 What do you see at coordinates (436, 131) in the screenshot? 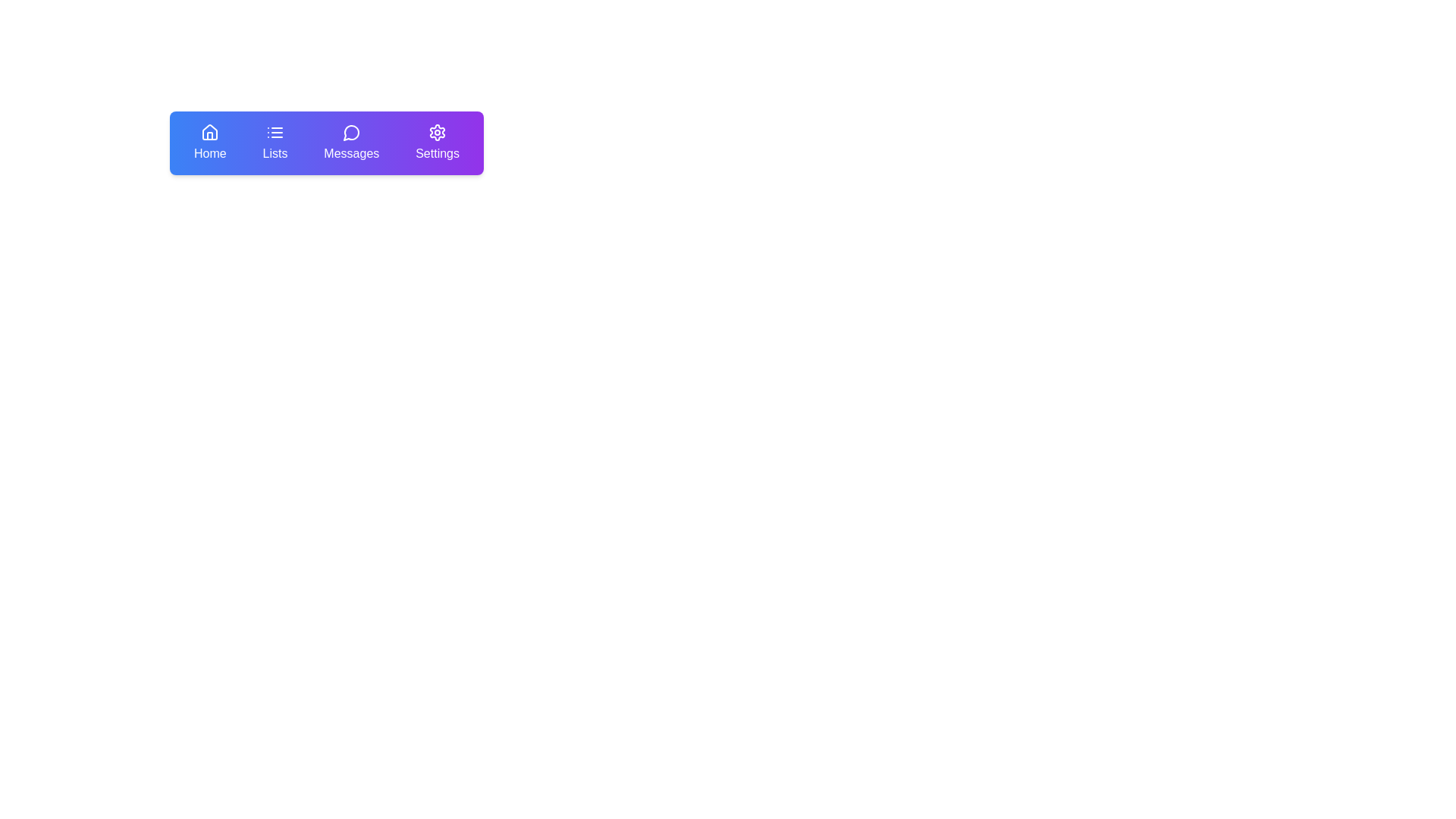
I see `the 'Settings' icon located at the far-right of the navigation bar` at bounding box center [436, 131].